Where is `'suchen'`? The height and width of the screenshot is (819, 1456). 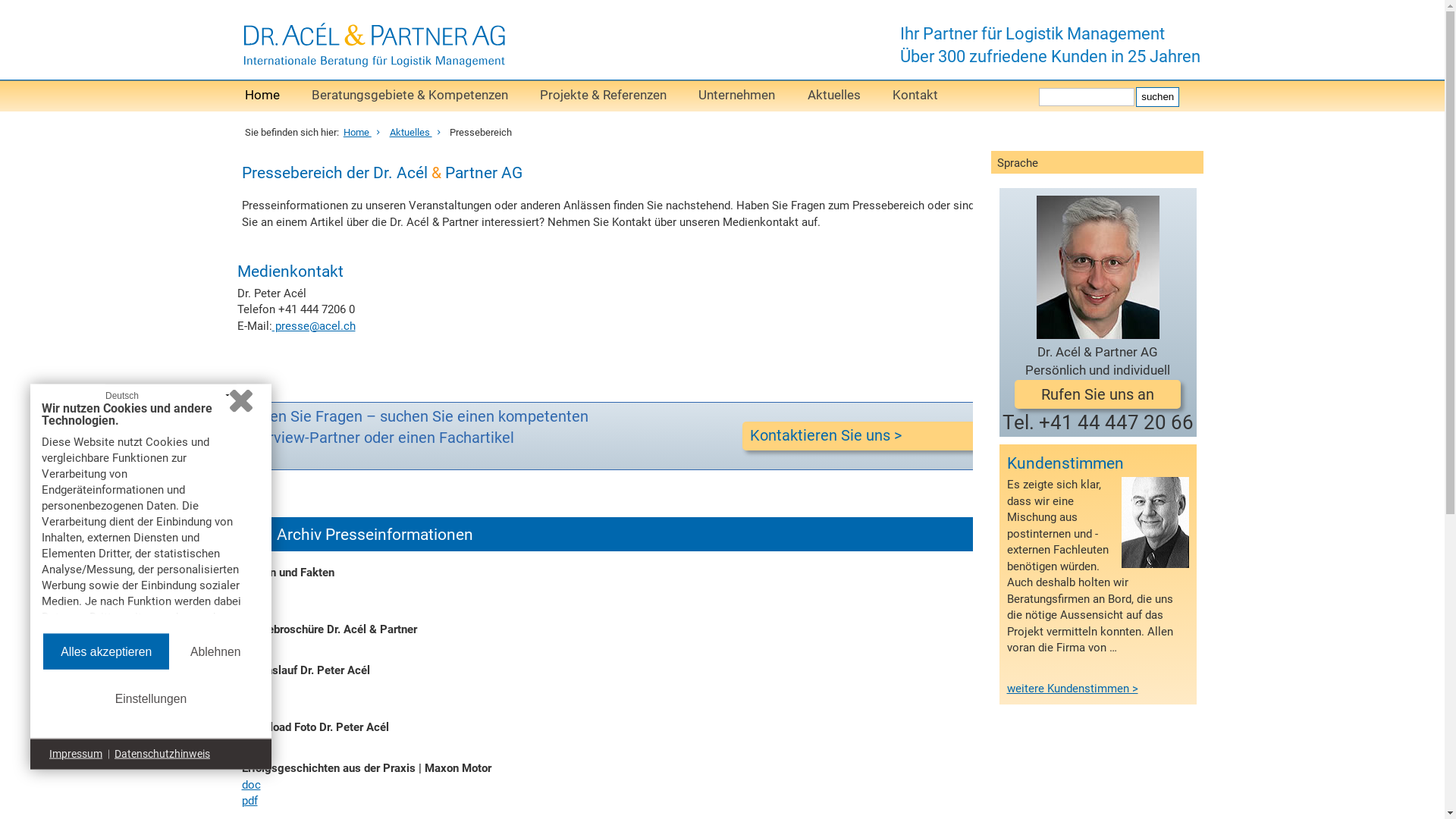
'suchen' is located at coordinates (1156, 96).